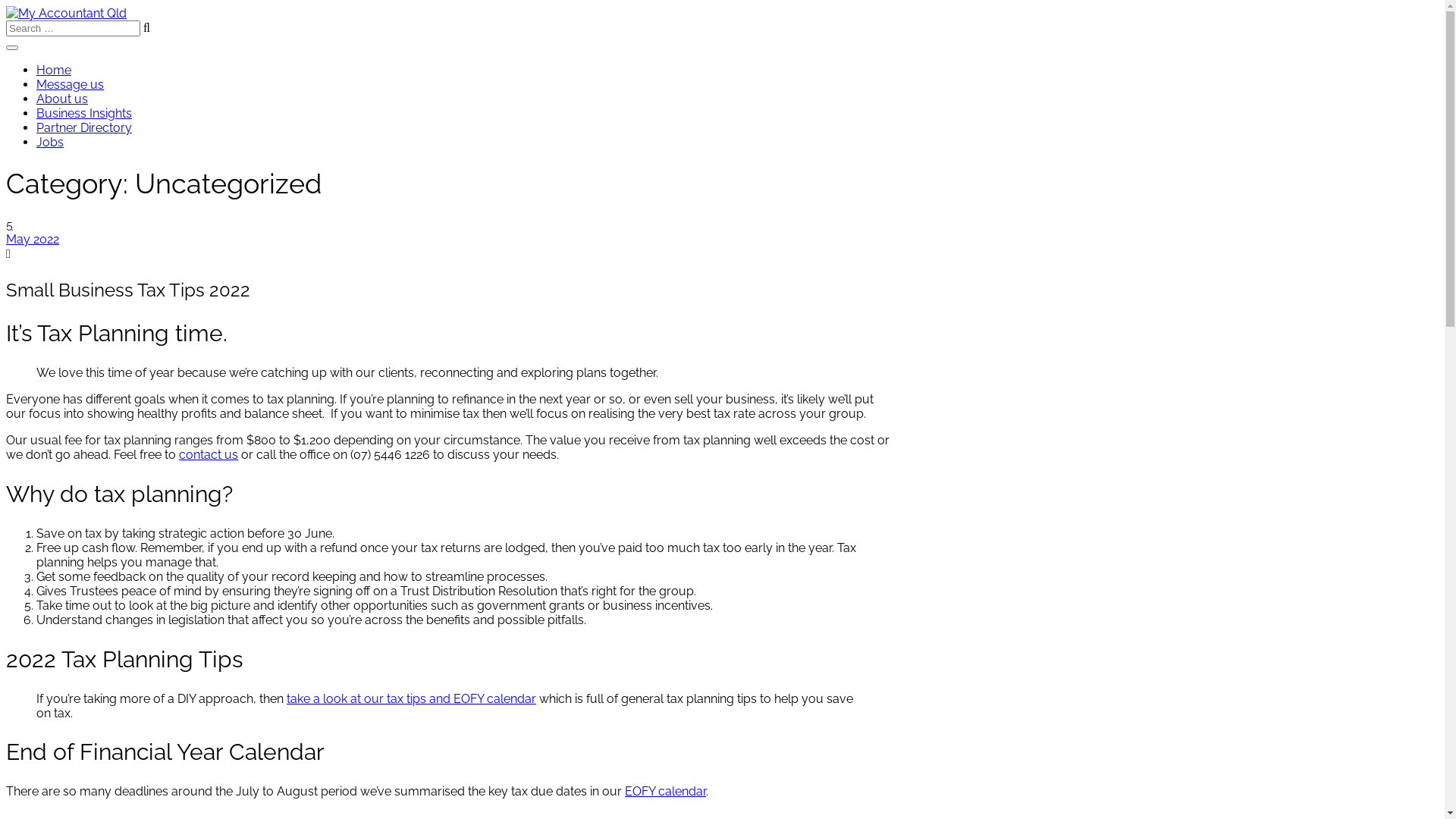 This screenshot has height=819, width=1456. What do you see at coordinates (61, 99) in the screenshot?
I see `'About us'` at bounding box center [61, 99].